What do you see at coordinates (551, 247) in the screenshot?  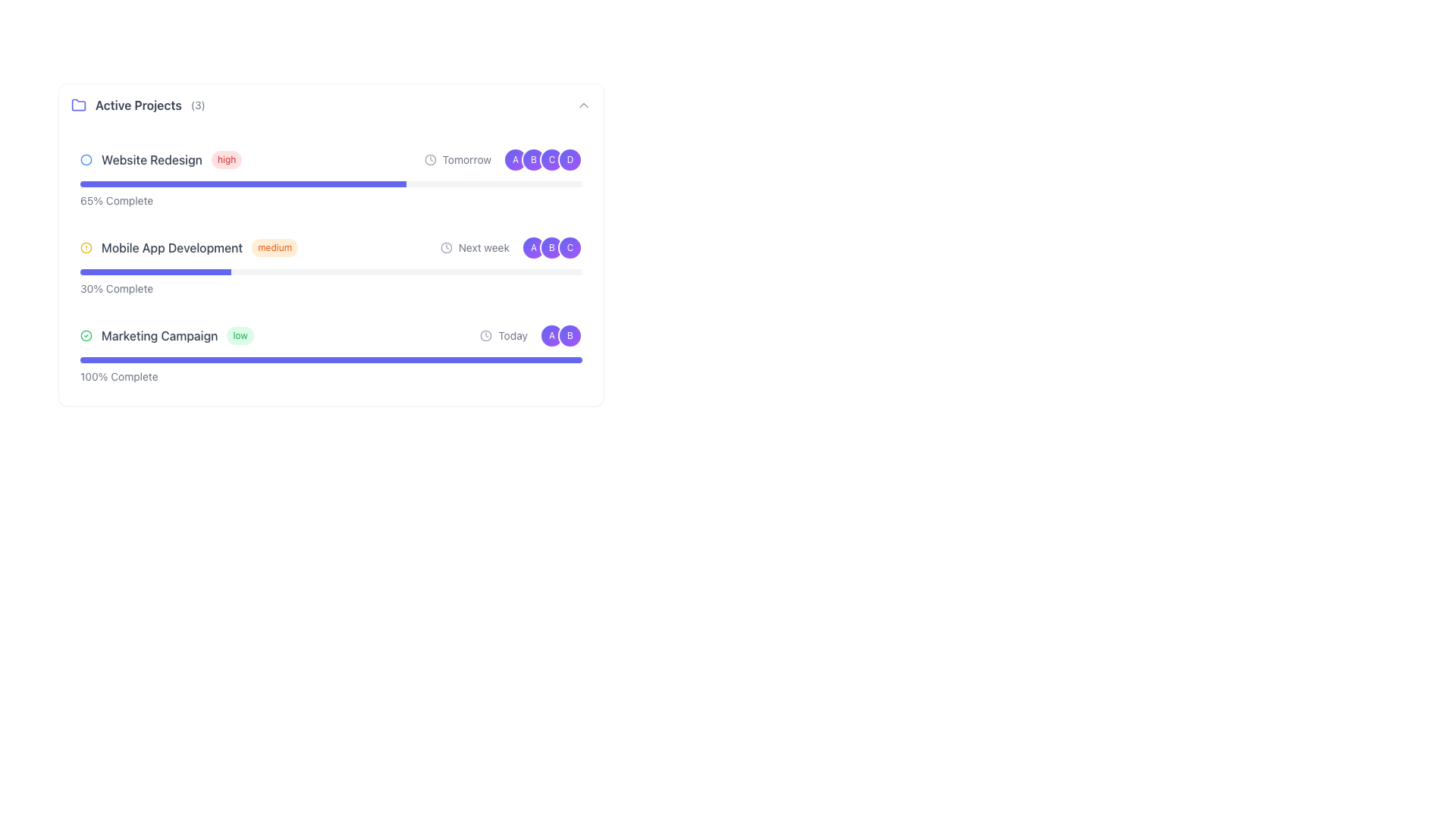 I see `the circular avatar button displaying the letter 'B', which is the second button in a group of three, located next to the 'Mobile App Development' row in the 'Active Projects' section` at bounding box center [551, 247].